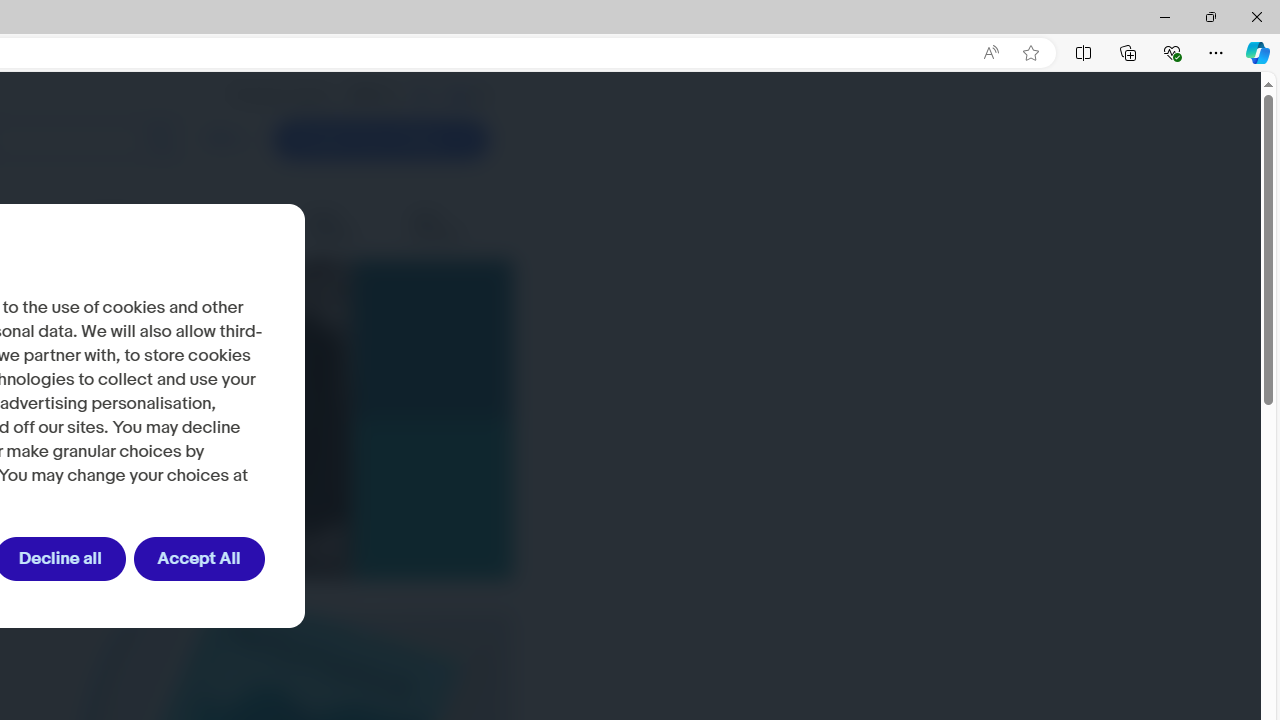 The width and height of the screenshot is (1280, 720). I want to click on 'Collections', so click(1128, 51).